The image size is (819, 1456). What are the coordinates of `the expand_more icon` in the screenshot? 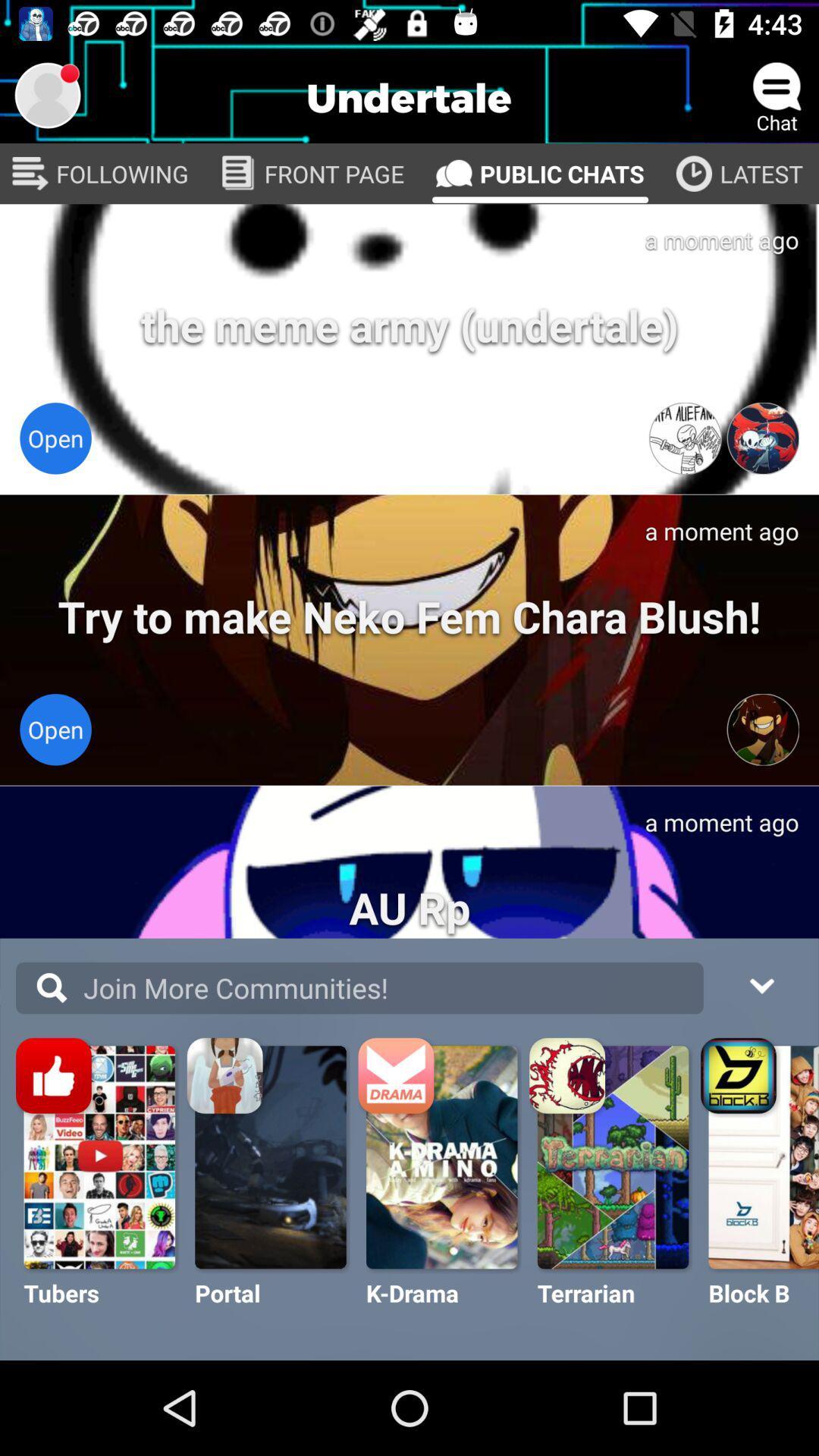 It's located at (761, 984).